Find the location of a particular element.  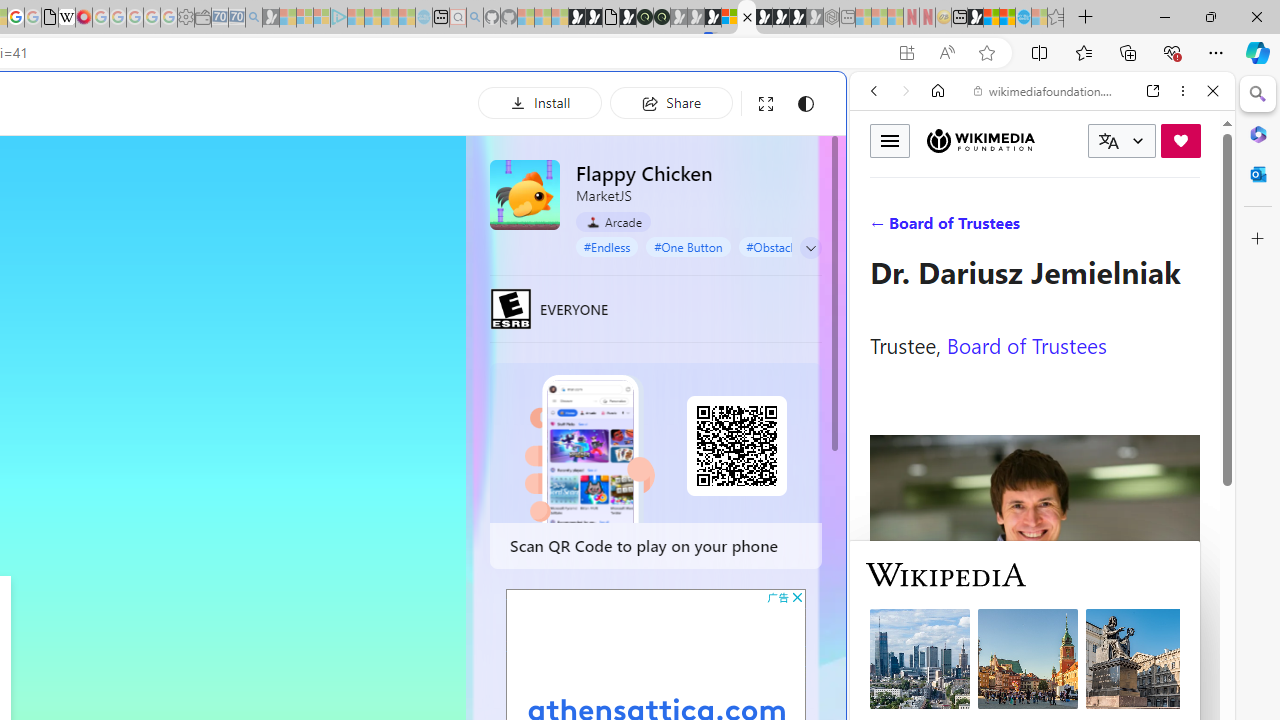

'Search Filter, VIDEOS' is located at coordinates (1006, 227).